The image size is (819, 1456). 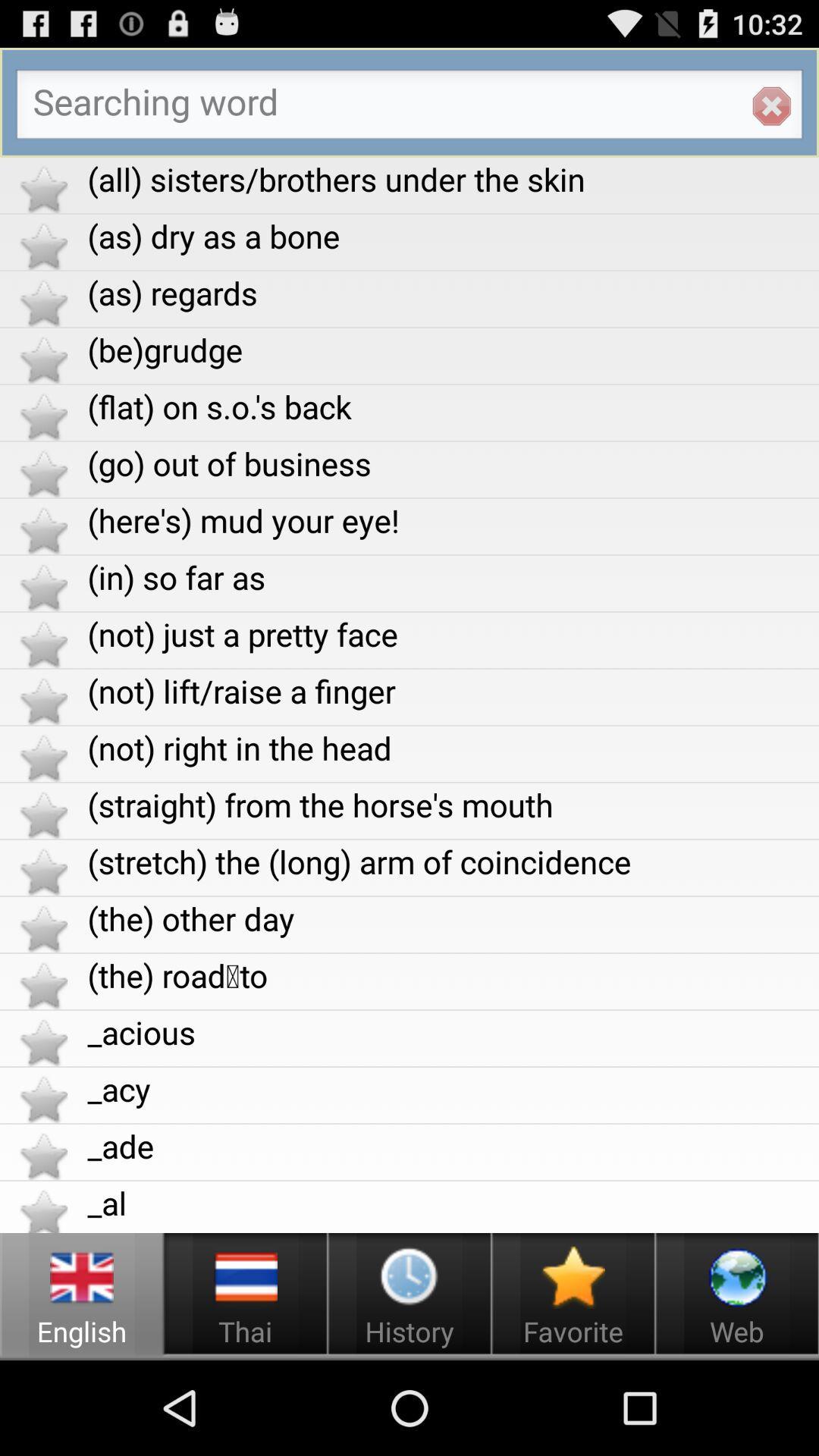 I want to click on search bar, so click(x=409, y=107).